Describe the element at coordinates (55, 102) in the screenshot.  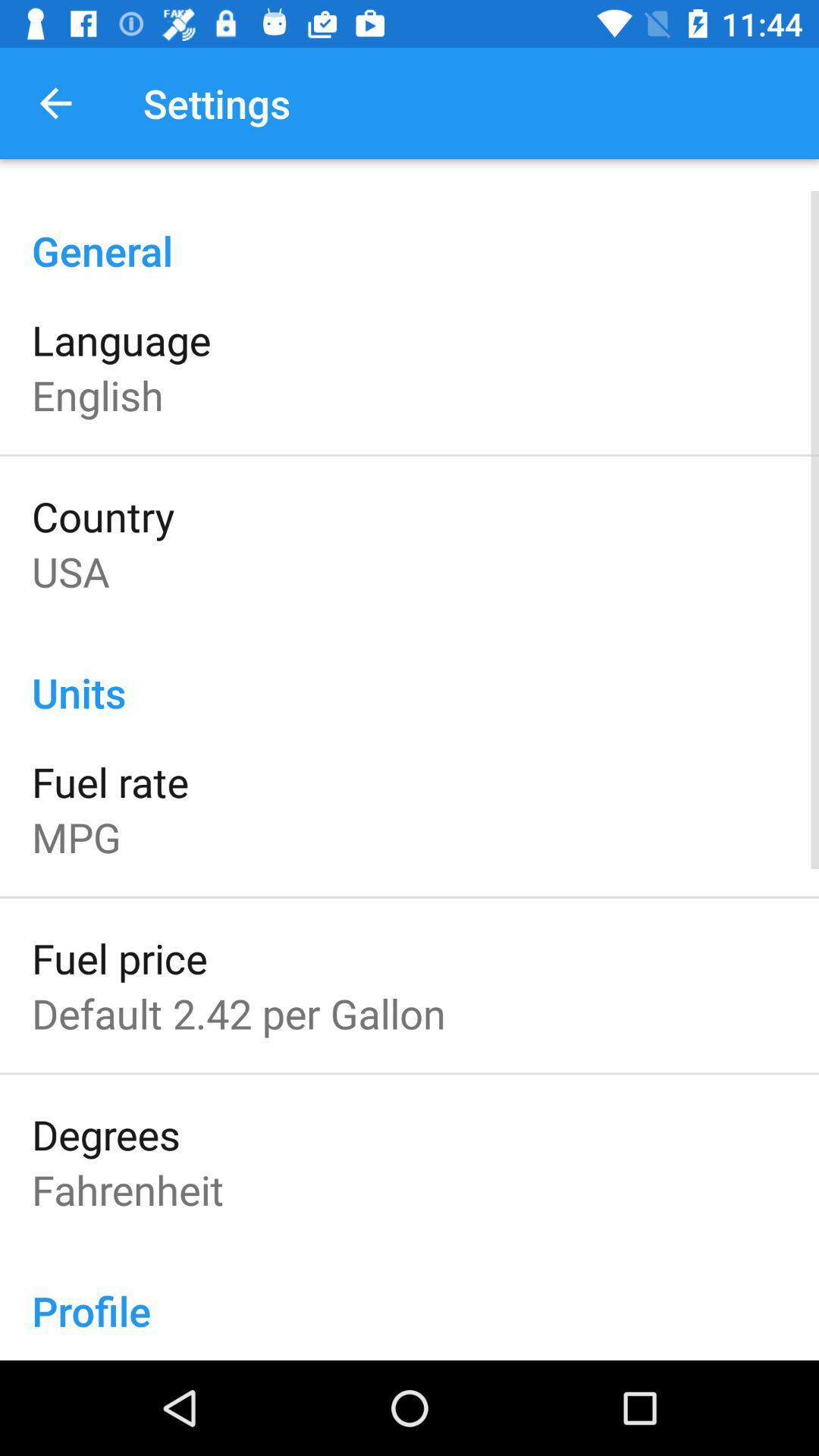
I see `the item above general item` at that location.